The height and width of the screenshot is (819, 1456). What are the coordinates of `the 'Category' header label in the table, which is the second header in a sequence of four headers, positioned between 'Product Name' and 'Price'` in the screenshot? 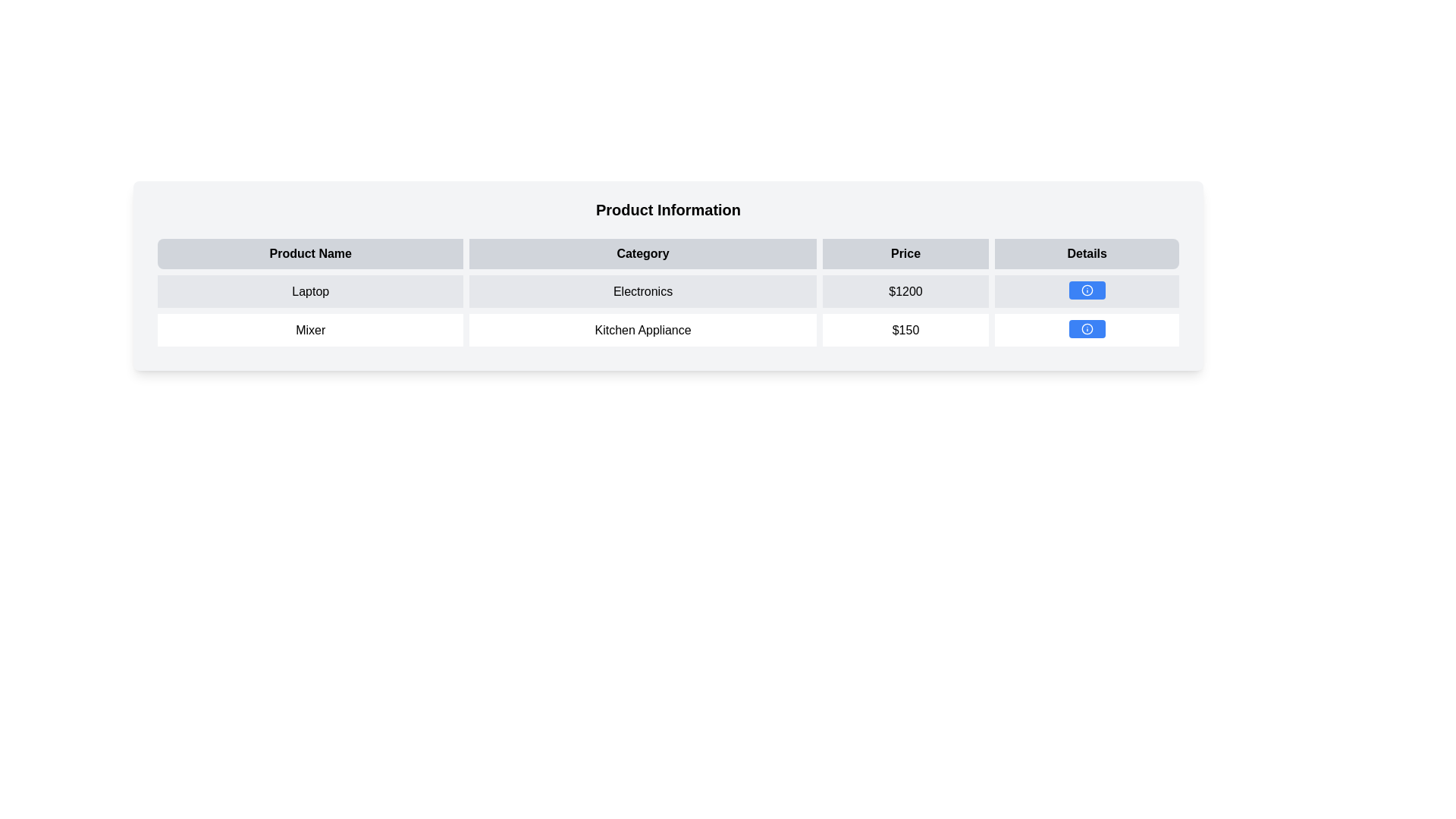 It's located at (643, 253).